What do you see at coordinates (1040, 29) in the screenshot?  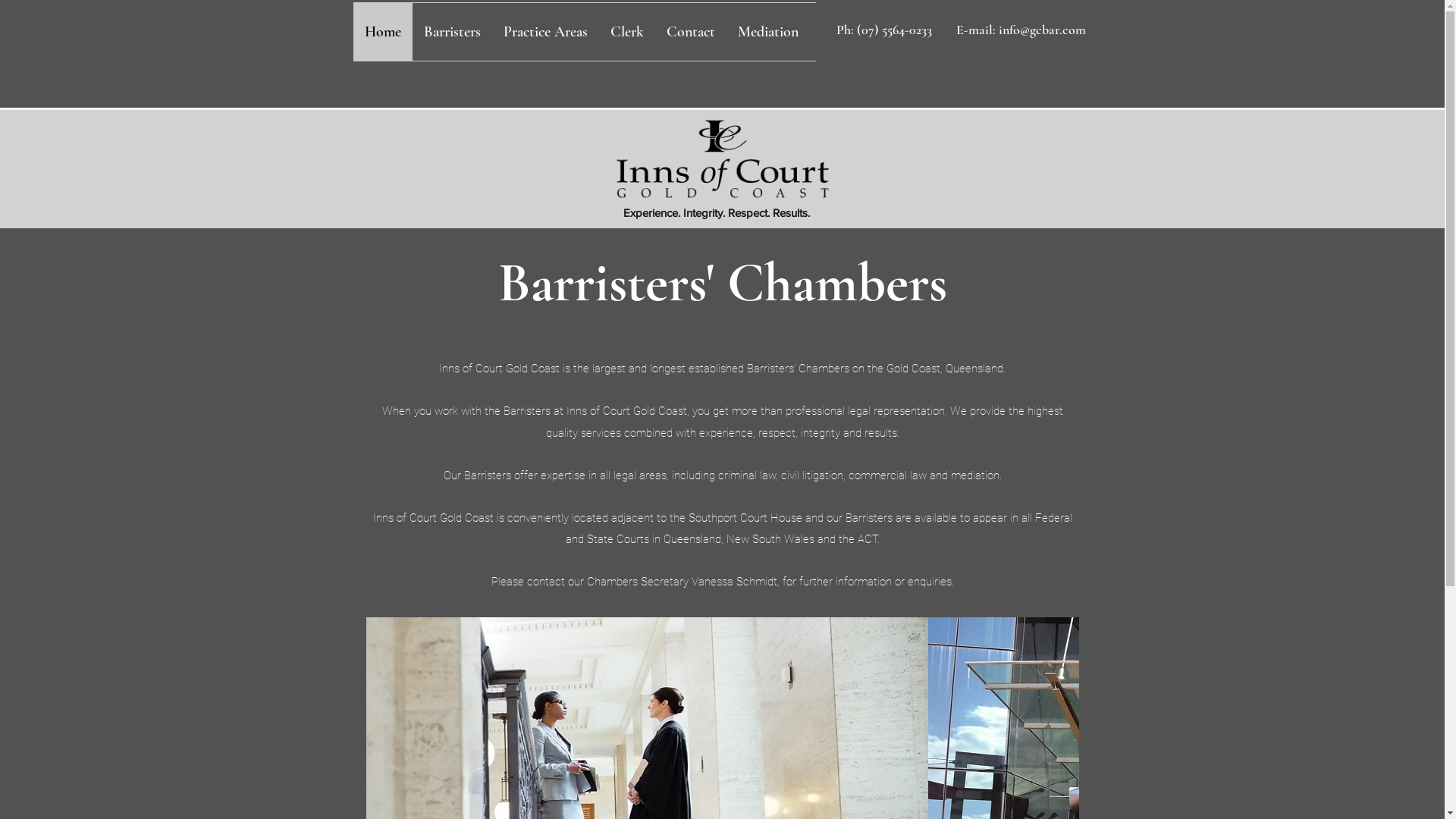 I see `'info@gcbar.com'` at bounding box center [1040, 29].